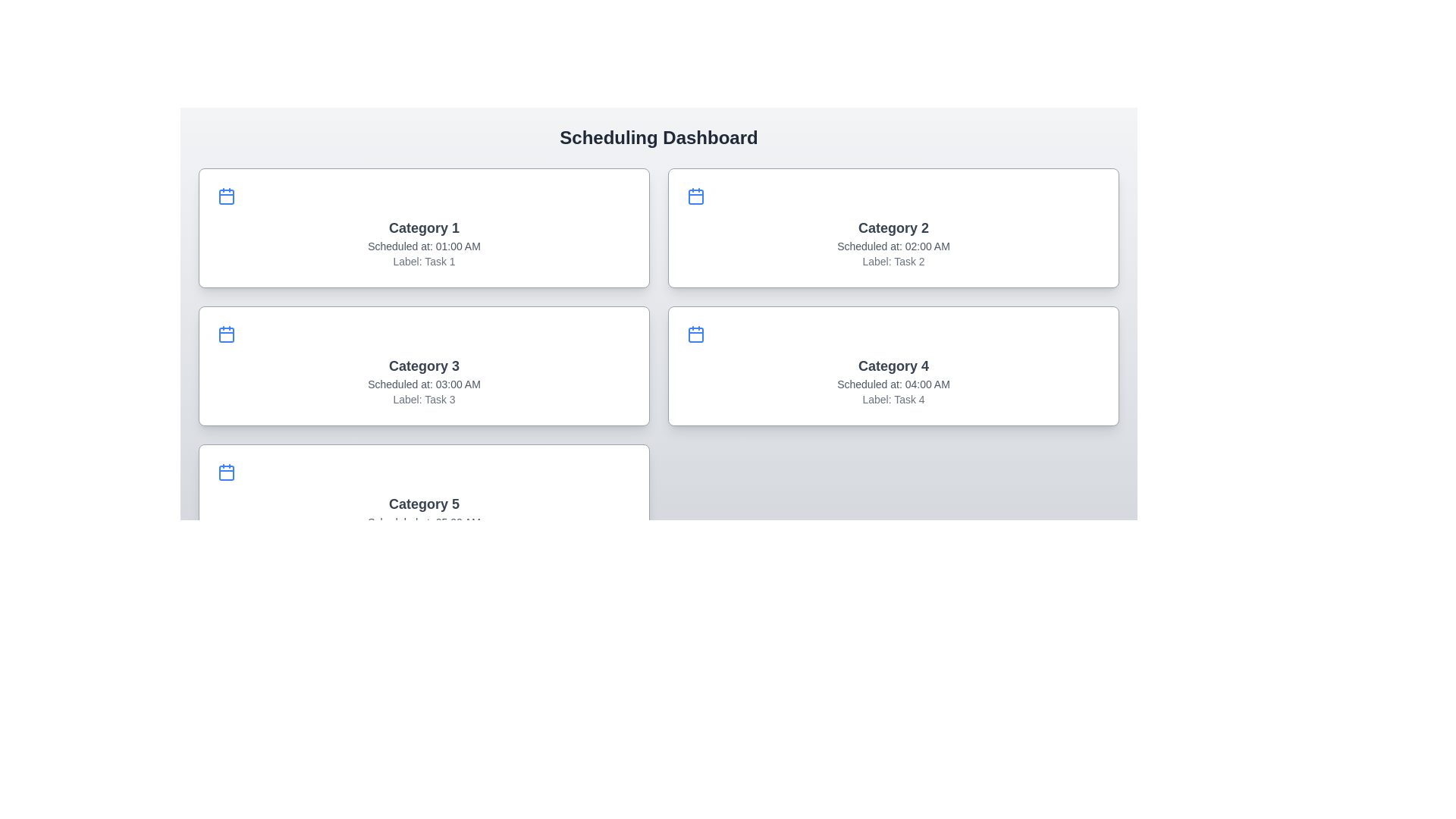  I want to click on the small calendar icon with a blue outline located in the top-left portion of the 'Category 4' card, so click(695, 333).